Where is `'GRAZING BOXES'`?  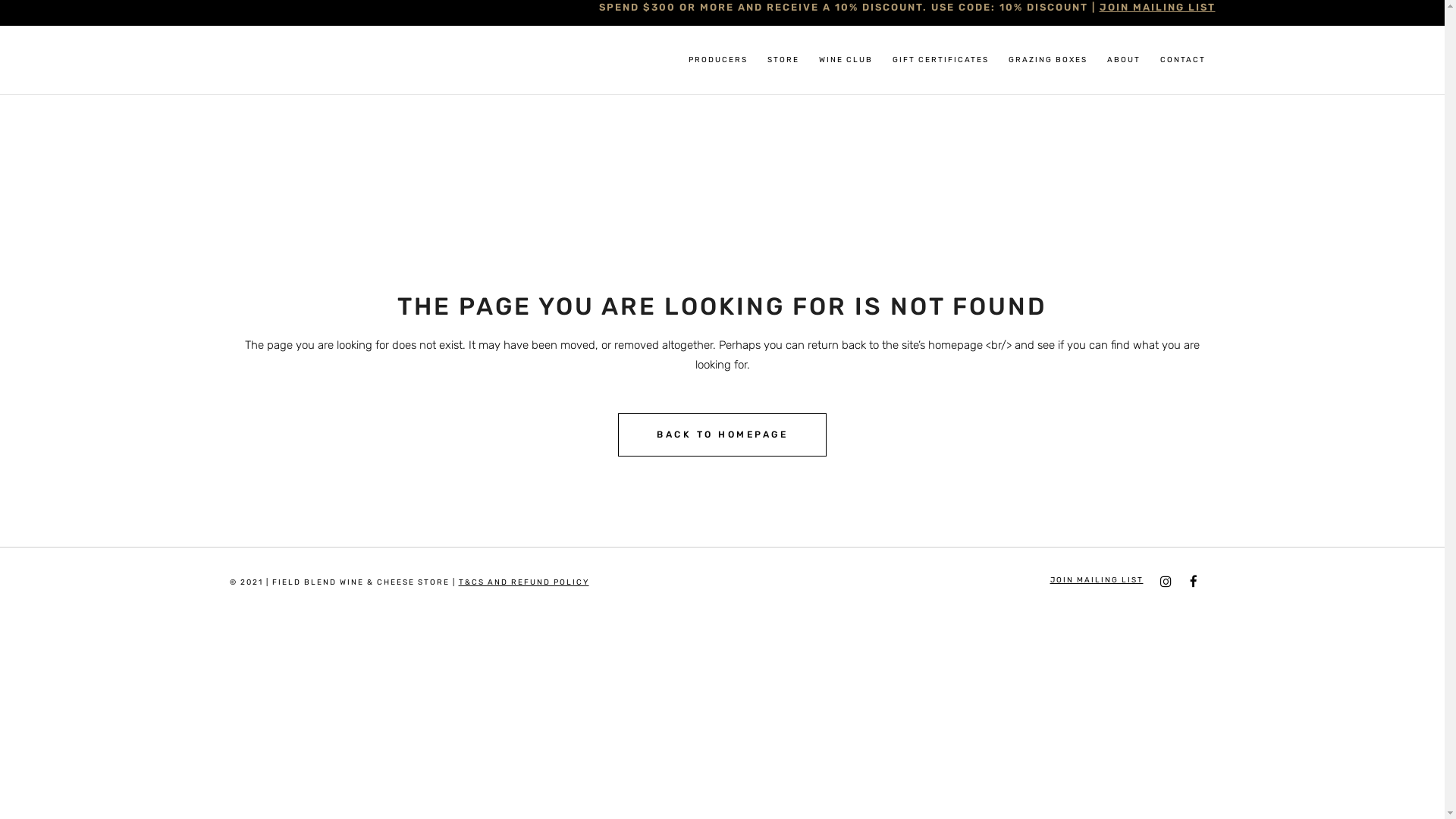
'GRAZING BOXES' is located at coordinates (1046, 58).